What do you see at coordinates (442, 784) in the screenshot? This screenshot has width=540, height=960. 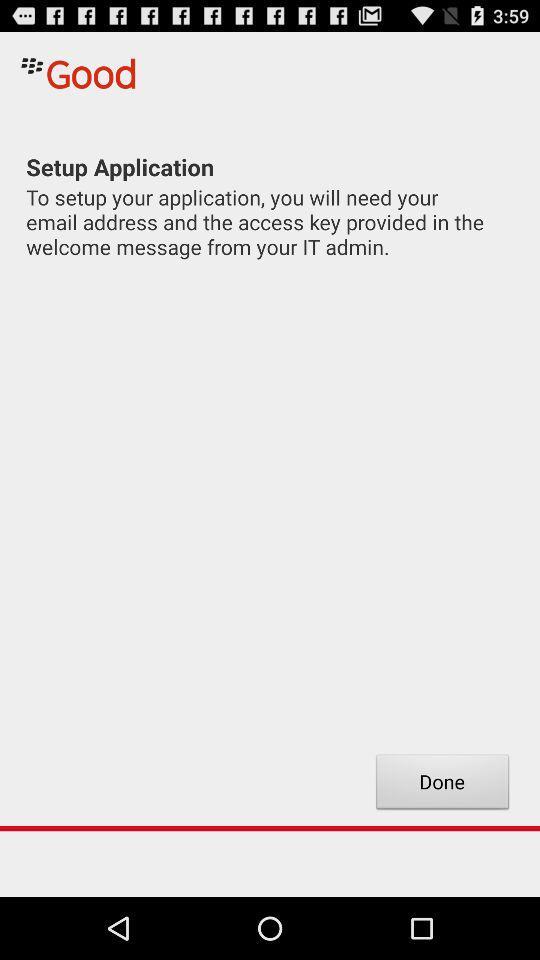 I see `the item below to setup your icon` at bounding box center [442, 784].